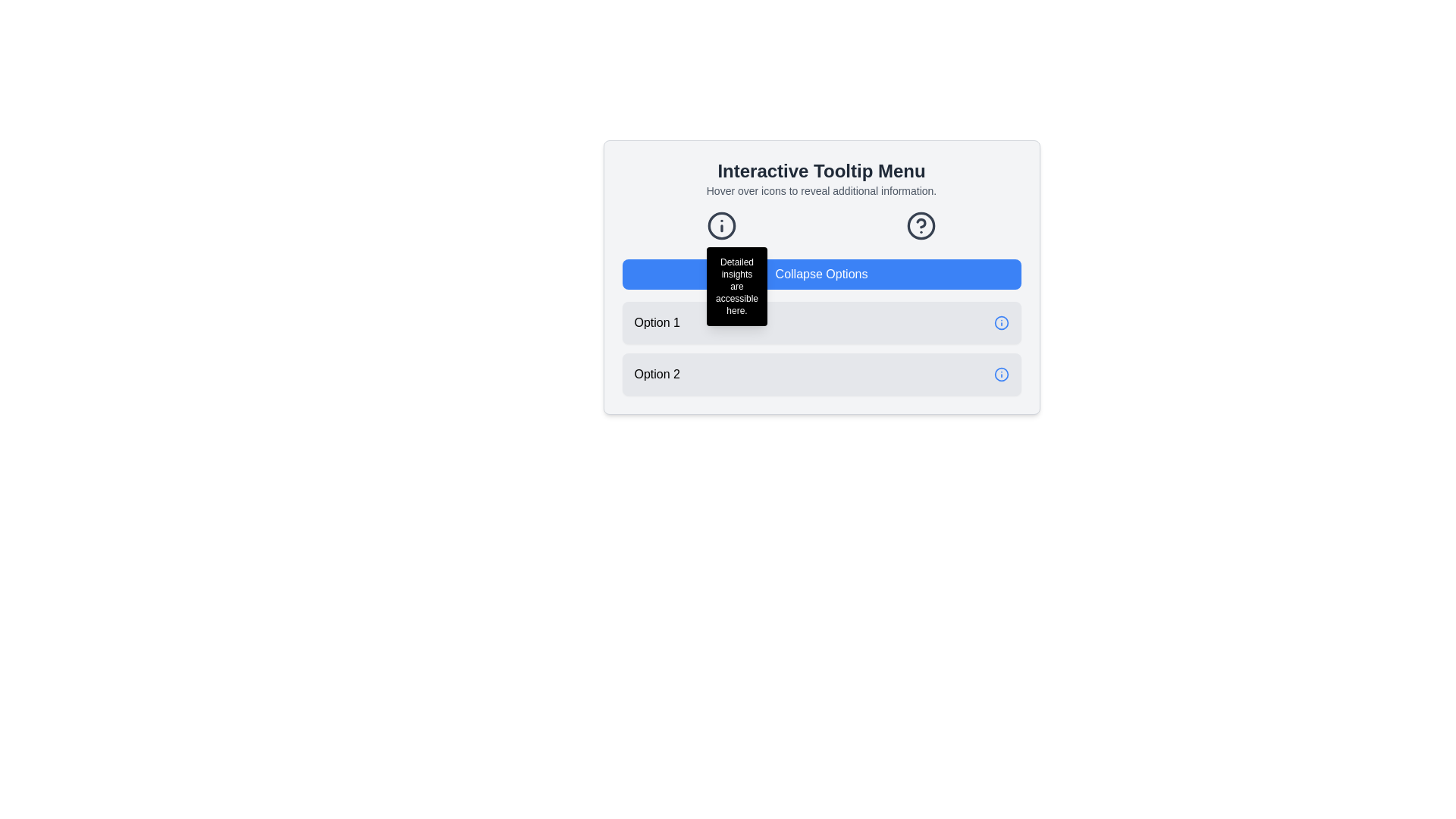  I want to click on the button that collapses or hides additional options, located centrally below a tooltip and above 'Option 1' and 'Option 2', to change its color, so click(821, 275).